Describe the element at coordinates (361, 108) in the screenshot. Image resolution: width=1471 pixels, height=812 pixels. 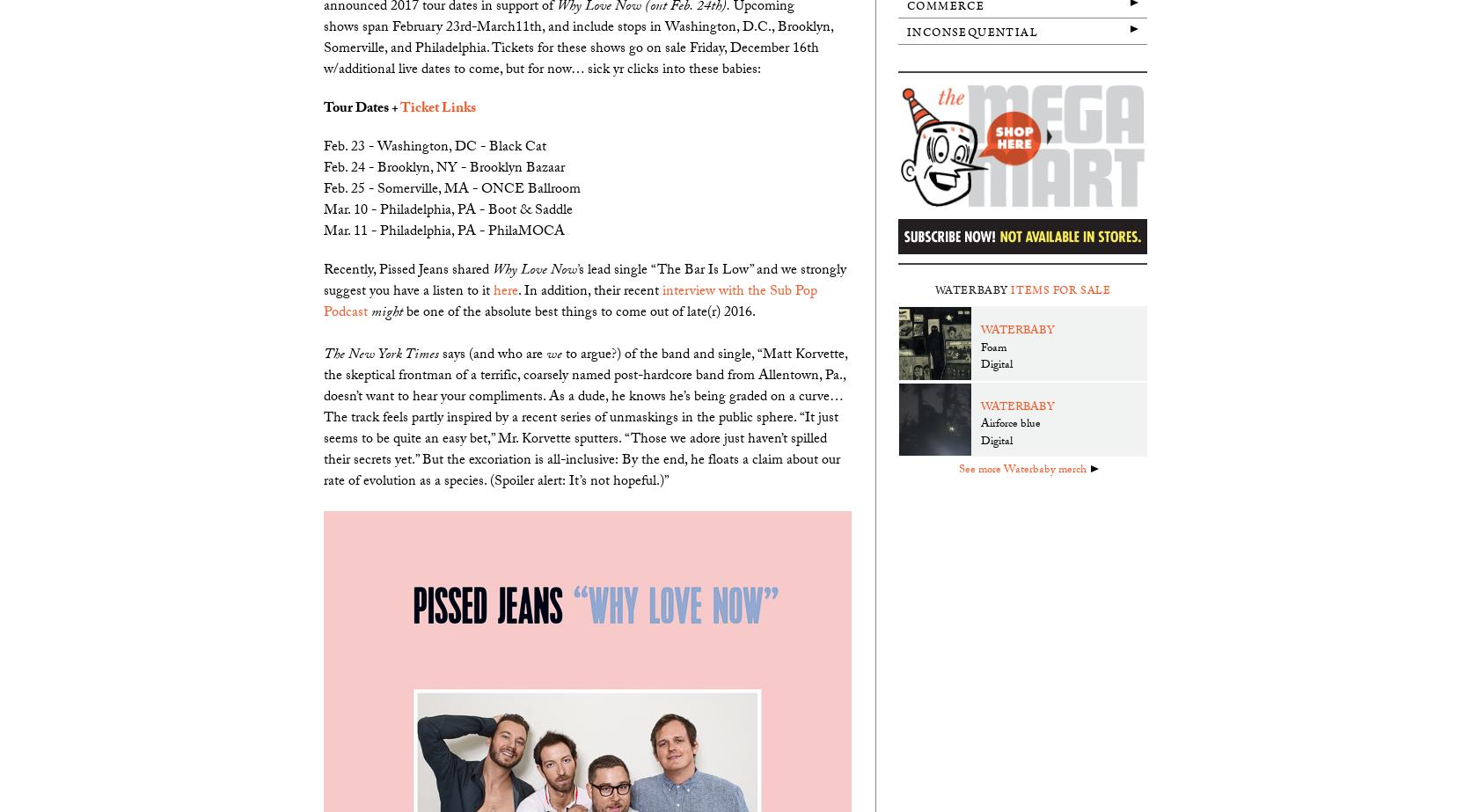
I see `'Tour Dates +'` at that location.